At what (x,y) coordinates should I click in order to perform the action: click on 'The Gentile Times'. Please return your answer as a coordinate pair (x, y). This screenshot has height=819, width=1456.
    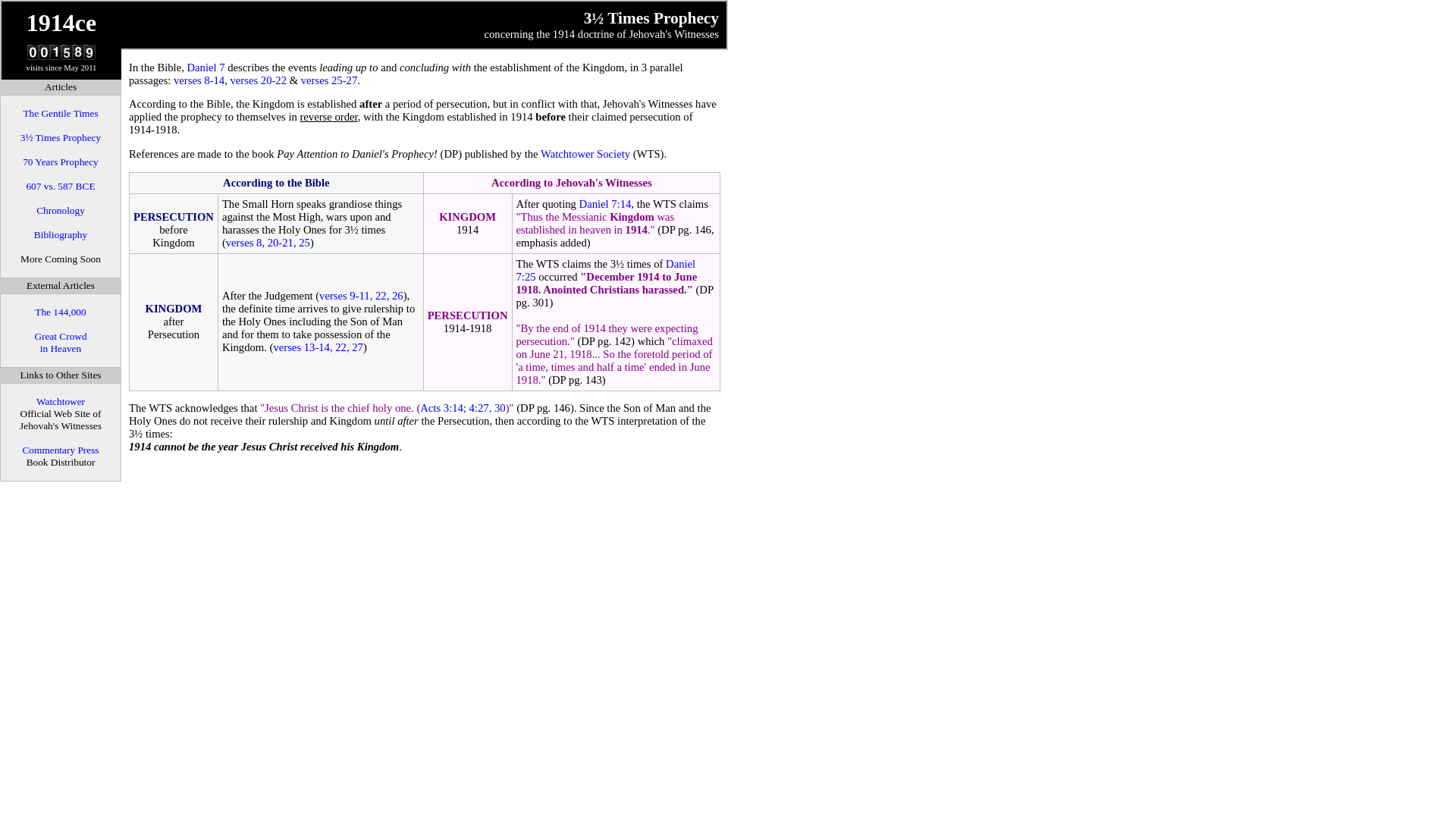
    Looking at the image, I should click on (60, 112).